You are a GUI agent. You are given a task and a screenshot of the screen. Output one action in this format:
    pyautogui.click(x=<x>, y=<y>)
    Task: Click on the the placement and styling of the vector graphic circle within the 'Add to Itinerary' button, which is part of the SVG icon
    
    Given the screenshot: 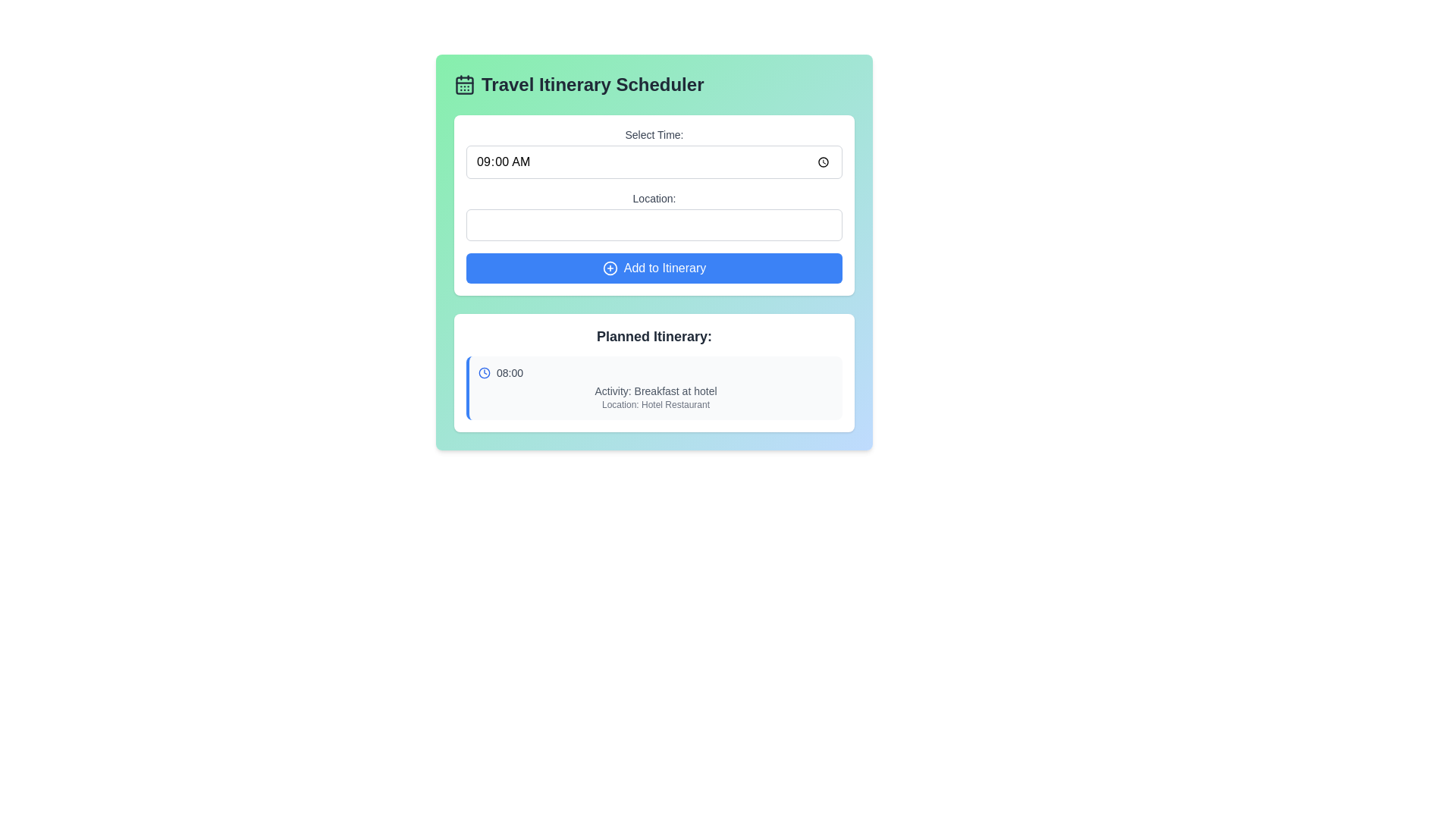 What is the action you would take?
    pyautogui.click(x=610, y=268)
    